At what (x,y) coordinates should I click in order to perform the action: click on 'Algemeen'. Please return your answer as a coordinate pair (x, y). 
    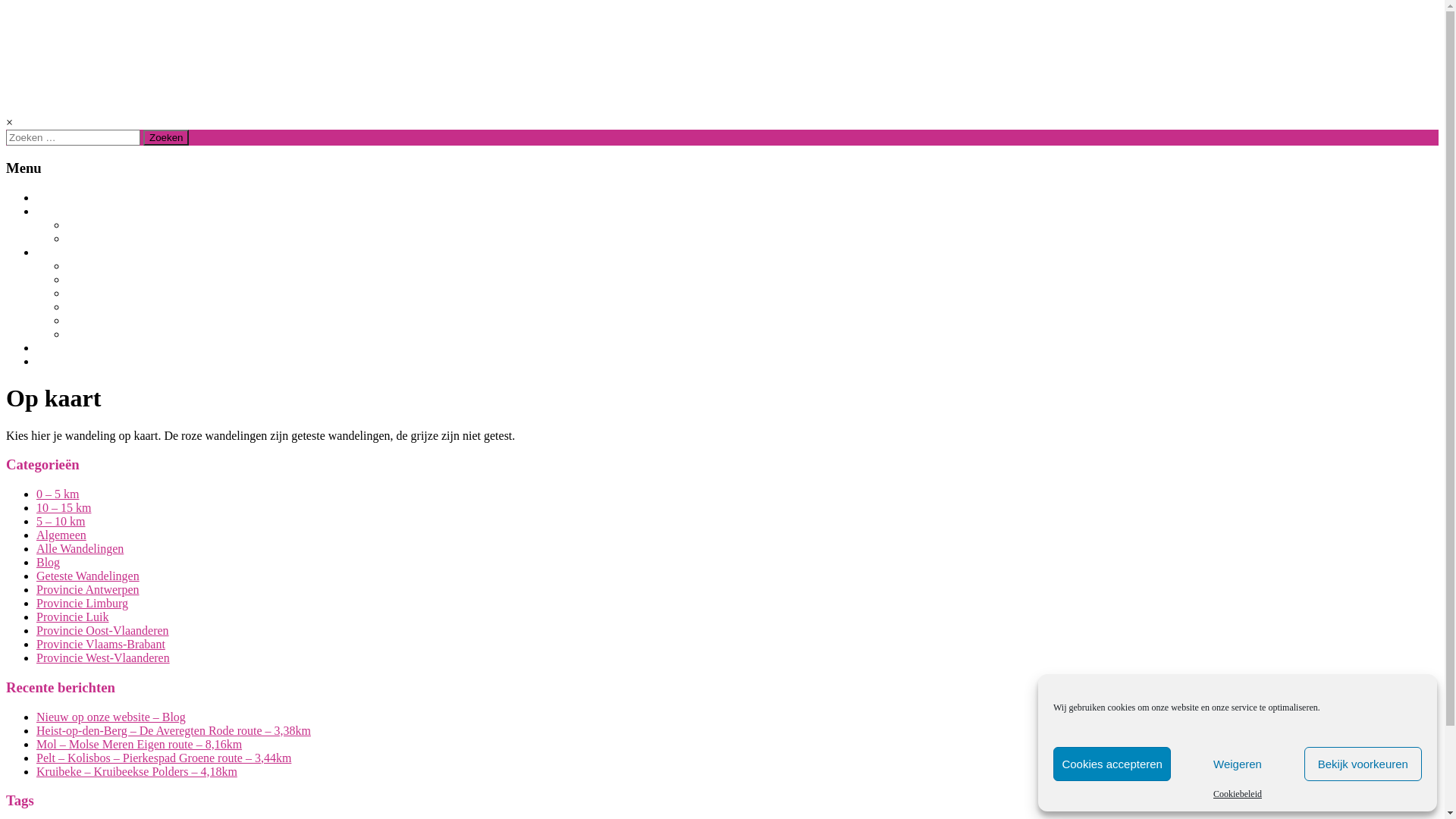
    Looking at the image, I should click on (61, 534).